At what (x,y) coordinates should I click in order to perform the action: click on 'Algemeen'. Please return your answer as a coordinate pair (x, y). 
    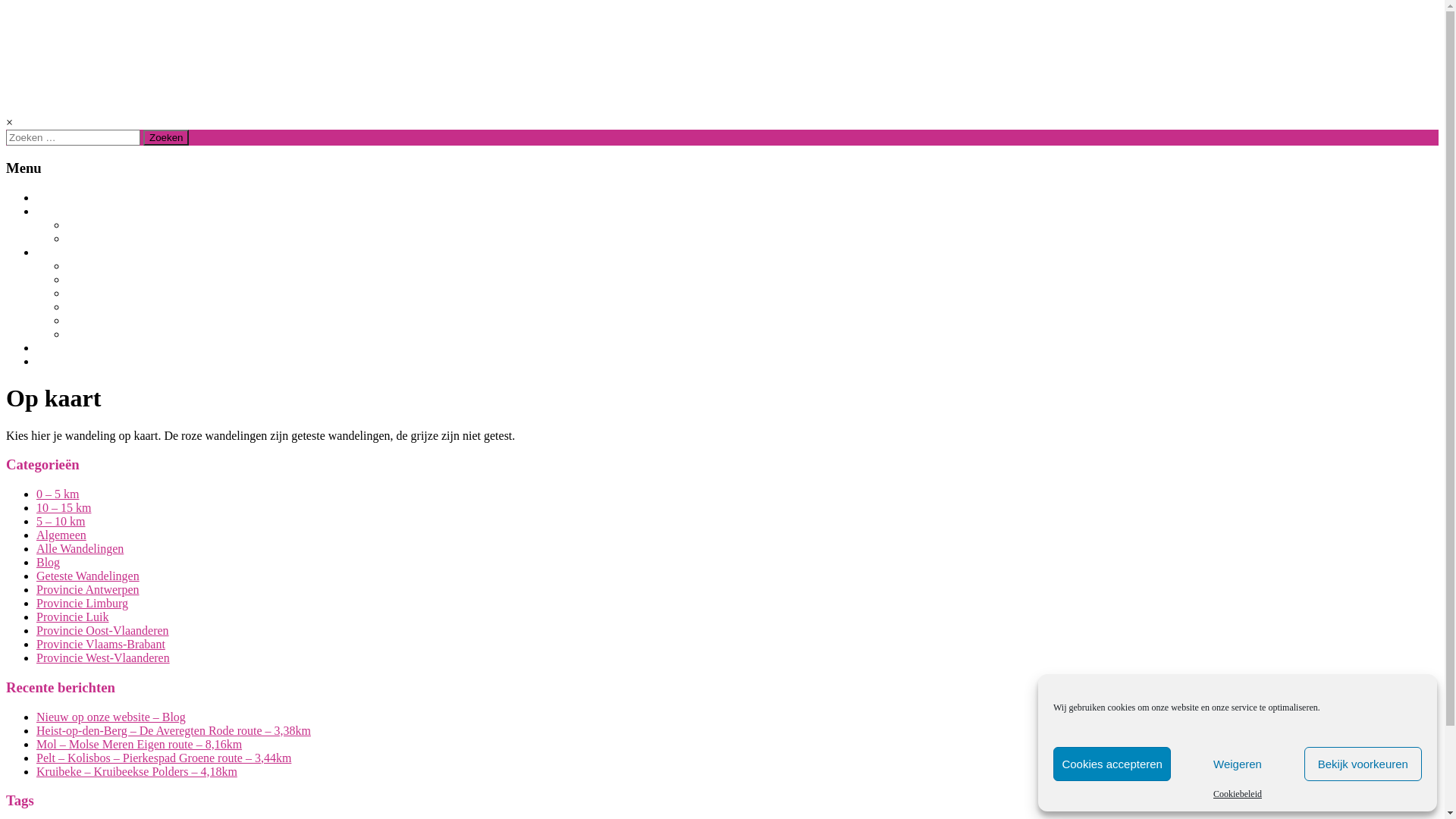
    Looking at the image, I should click on (61, 534).